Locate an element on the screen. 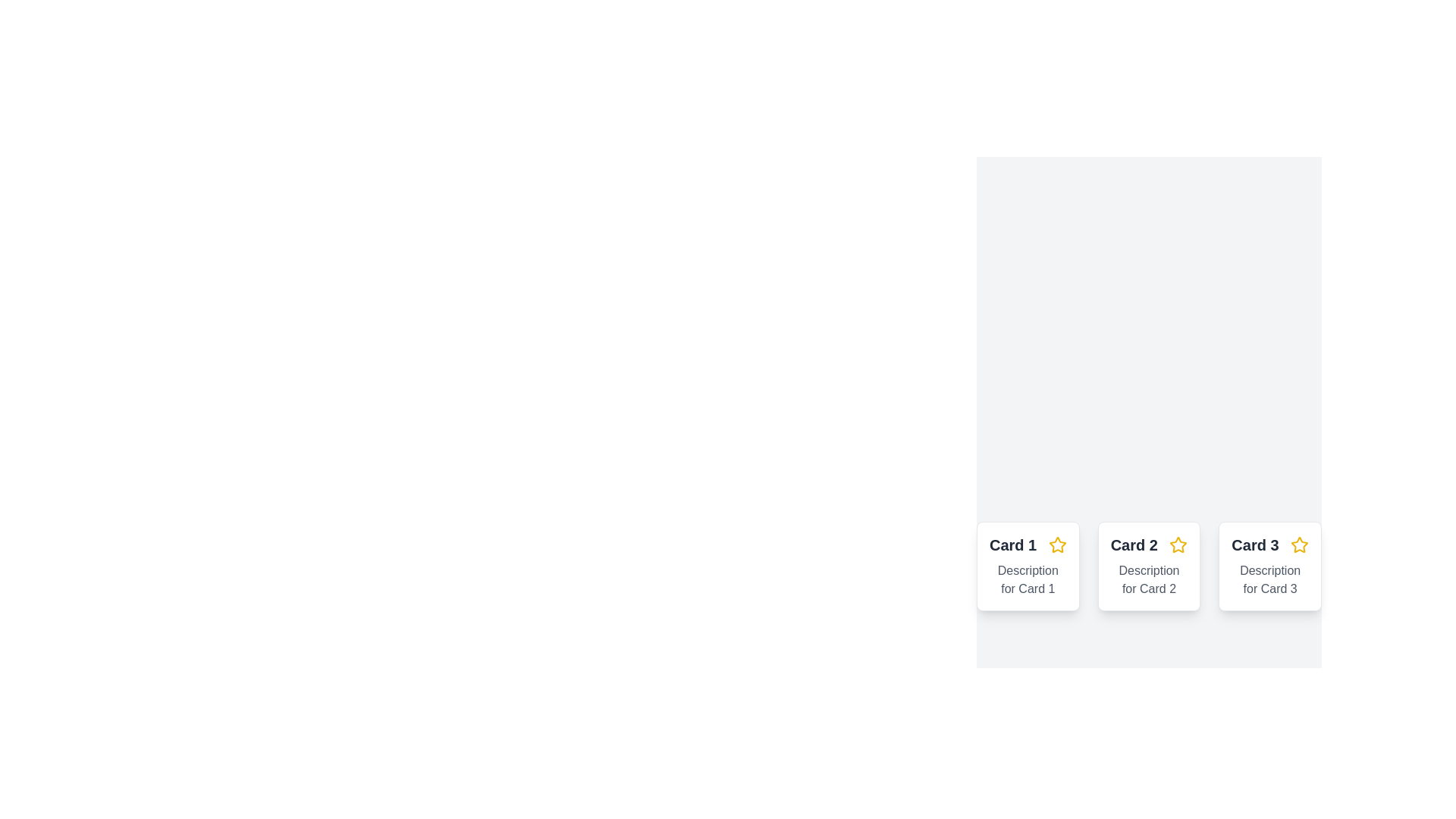 This screenshot has height=819, width=1456. the Interactive card component titled 'Card 1', which includes a brief description and an associated icon located at the top-left corner of the grid layout is located at coordinates (1028, 566).